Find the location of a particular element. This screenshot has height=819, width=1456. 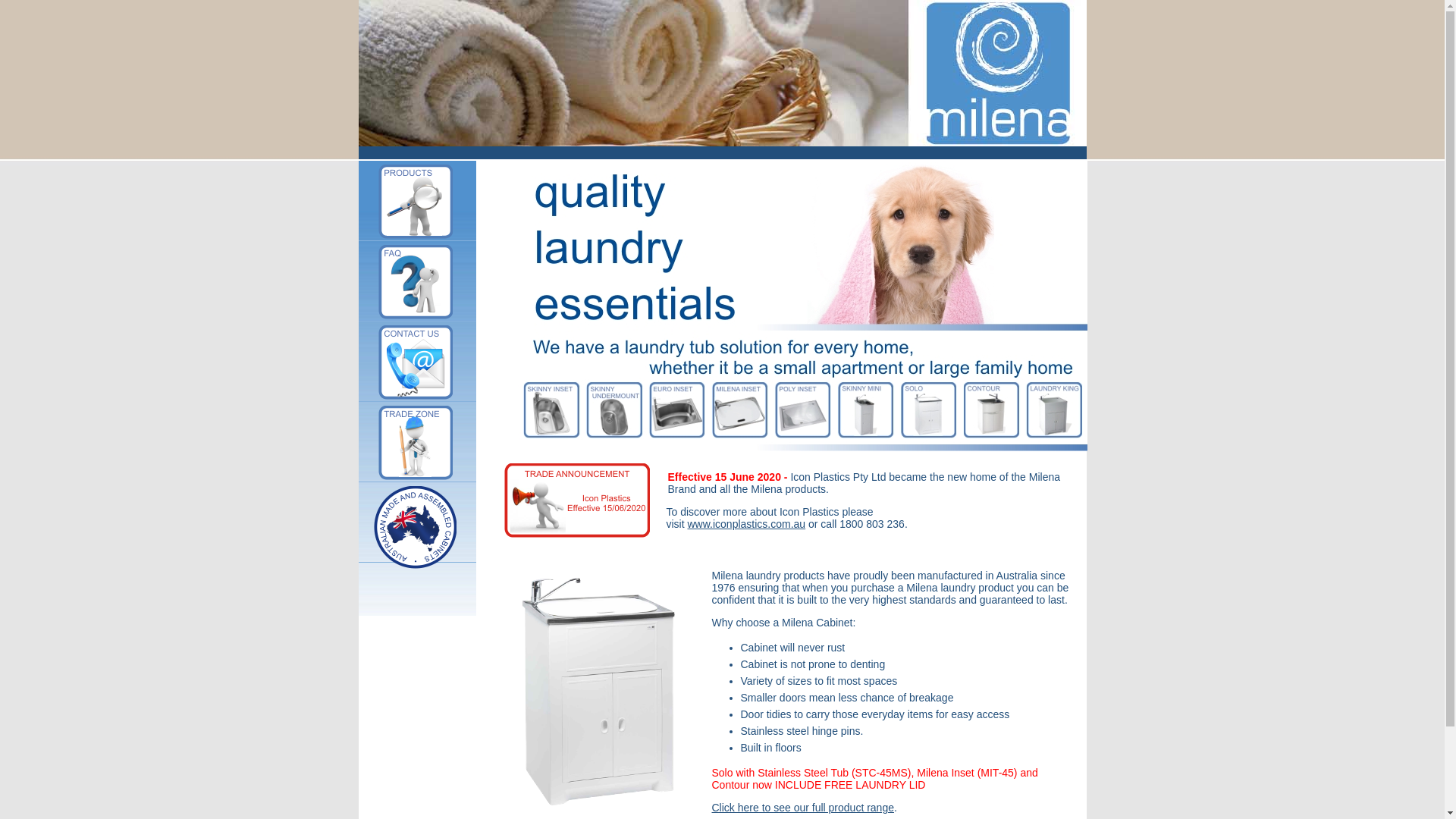

'Click here to see our full product range' is located at coordinates (801, 806).